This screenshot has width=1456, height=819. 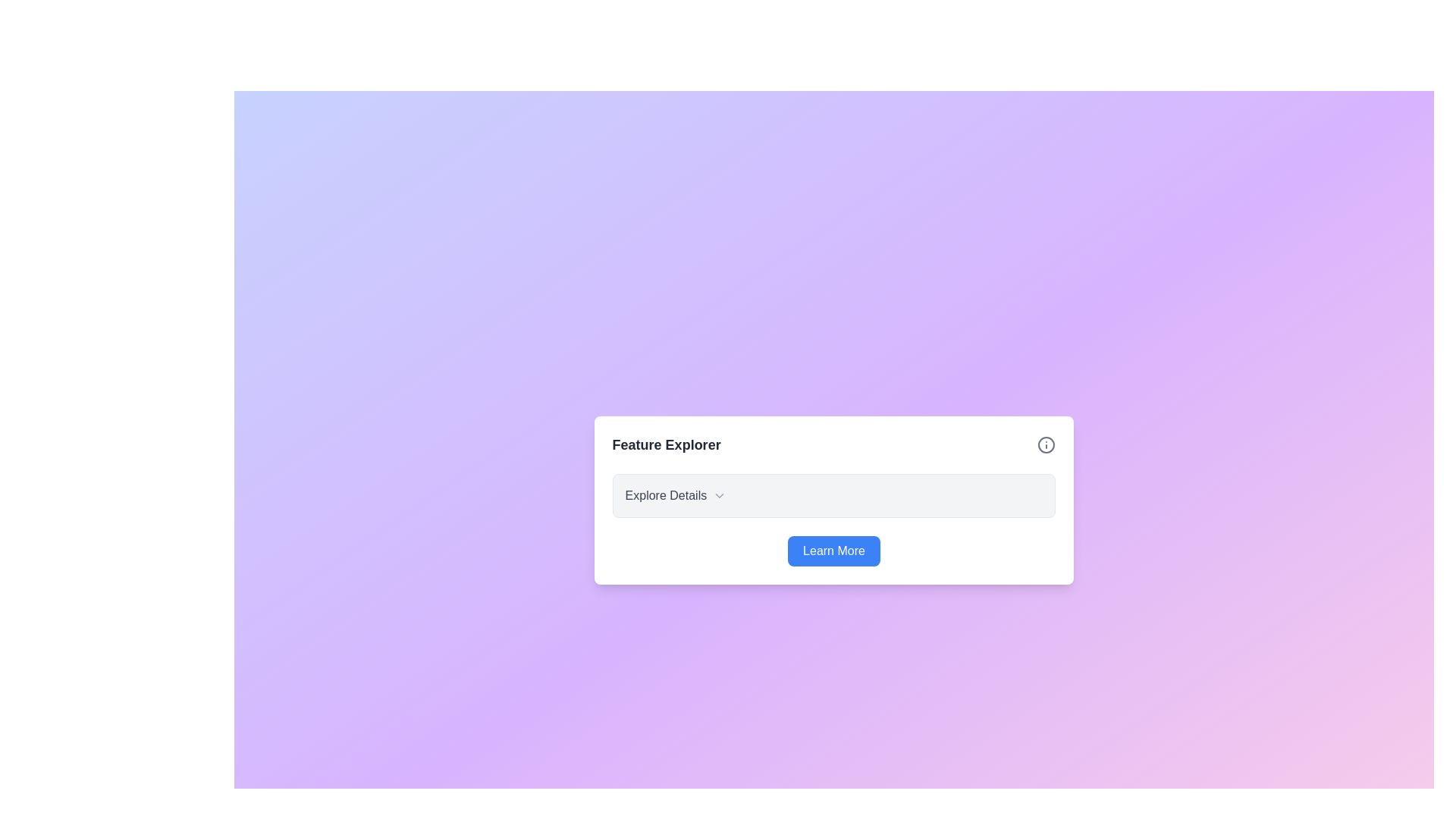 What do you see at coordinates (667, 444) in the screenshot?
I see `the title text located at the top of the card, which serves as a descriptive label for the card's content, for copying` at bounding box center [667, 444].